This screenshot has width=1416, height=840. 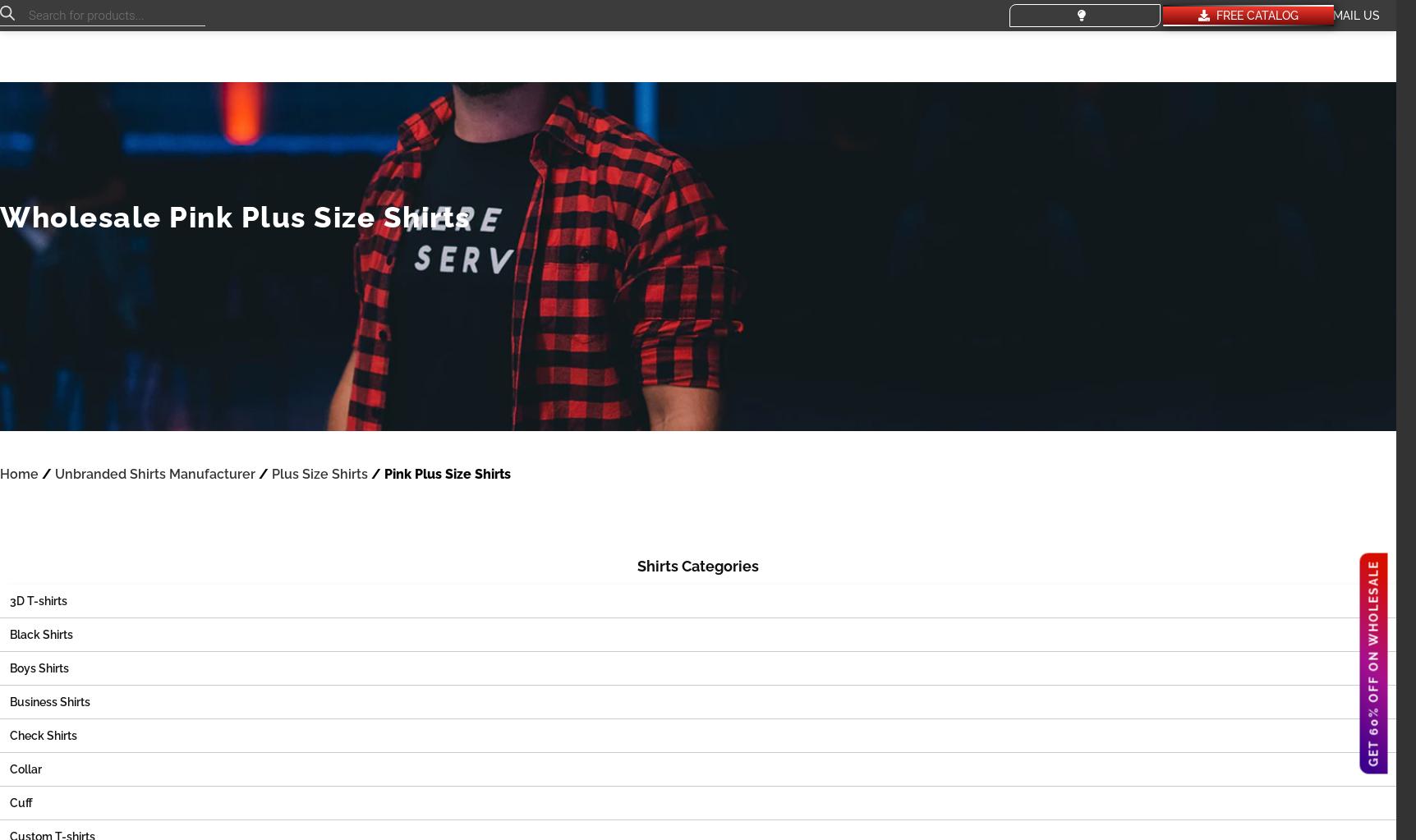 What do you see at coordinates (39, 600) in the screenshot?
I see `'3D T-shirts'` at bounding box center [39, 600].